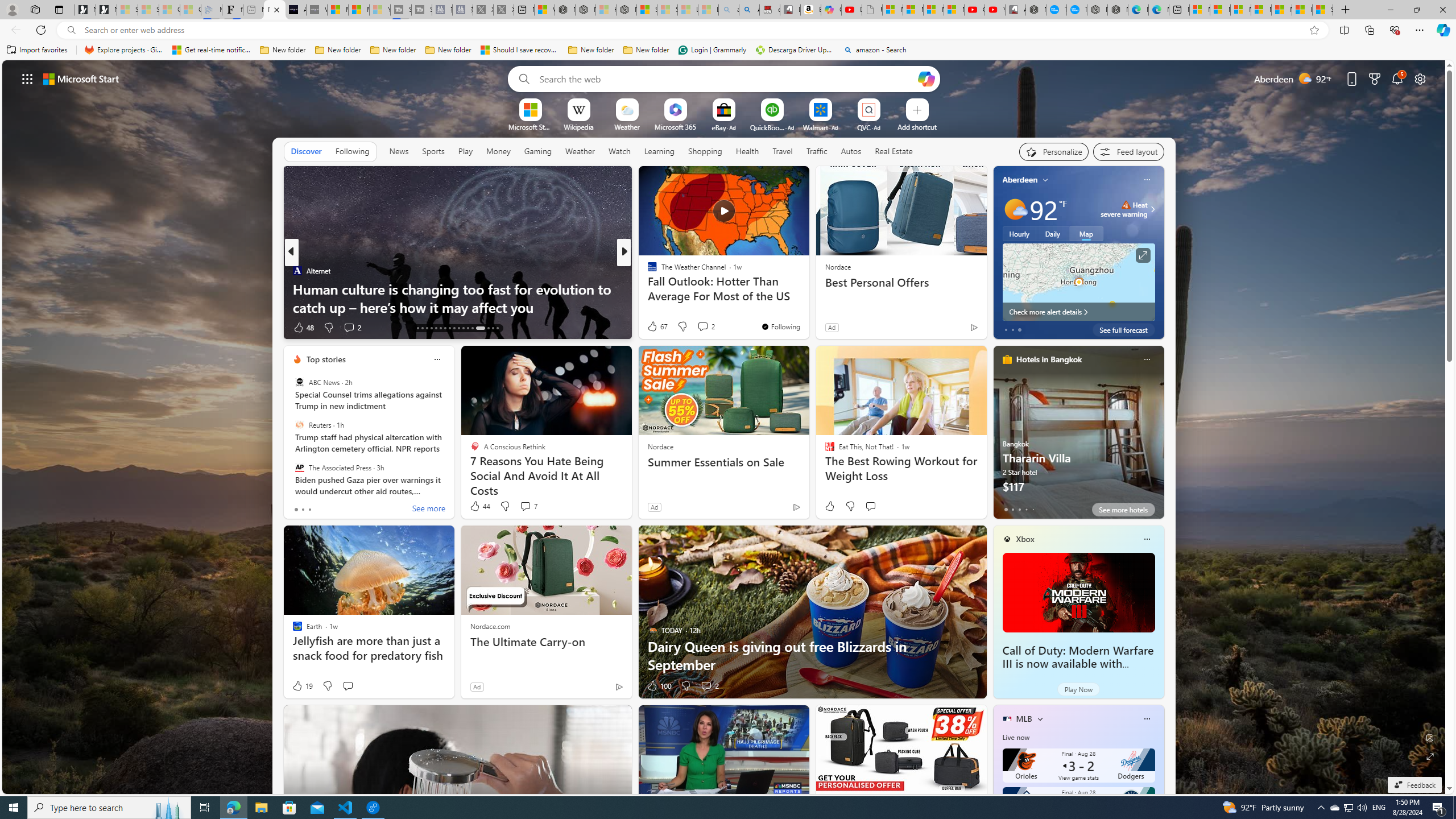 This screenshot has width=1456, height=819. I want to click on 'AutomationID: tab-43', so click(497, 328).